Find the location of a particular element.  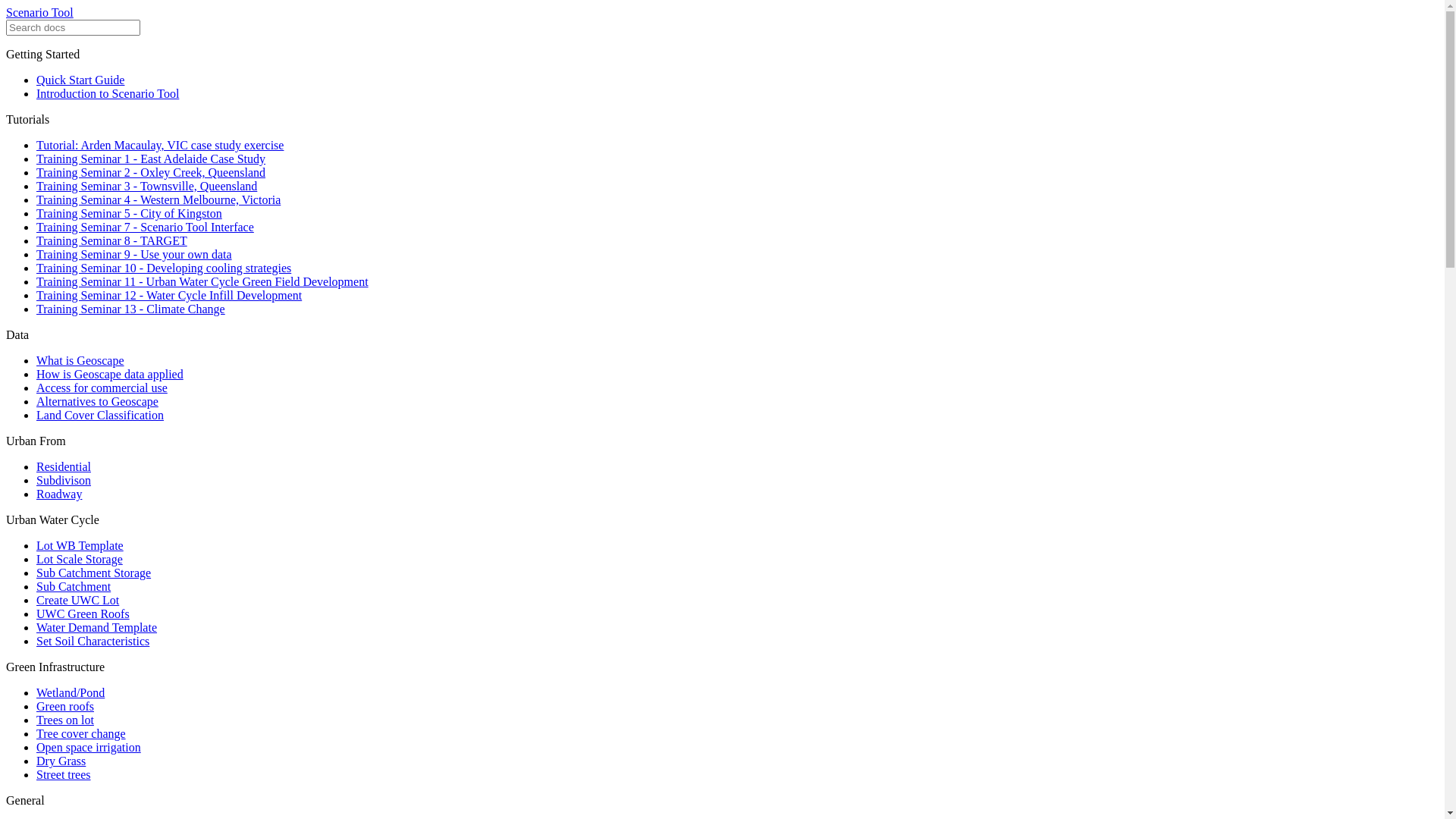

'Training Seminar 7 - Scenario Tool Interface' is located at coordinates (145, 227).